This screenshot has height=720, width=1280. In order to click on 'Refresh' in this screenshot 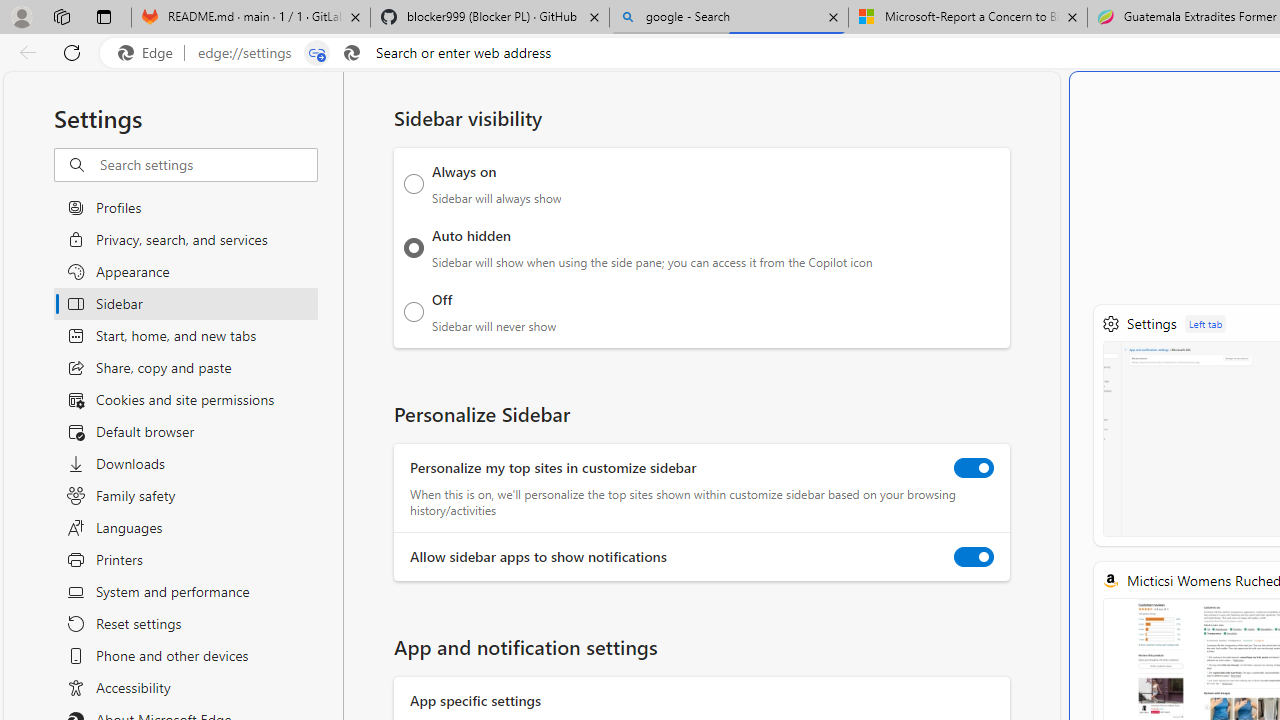, I will do `click(72, 51)`.